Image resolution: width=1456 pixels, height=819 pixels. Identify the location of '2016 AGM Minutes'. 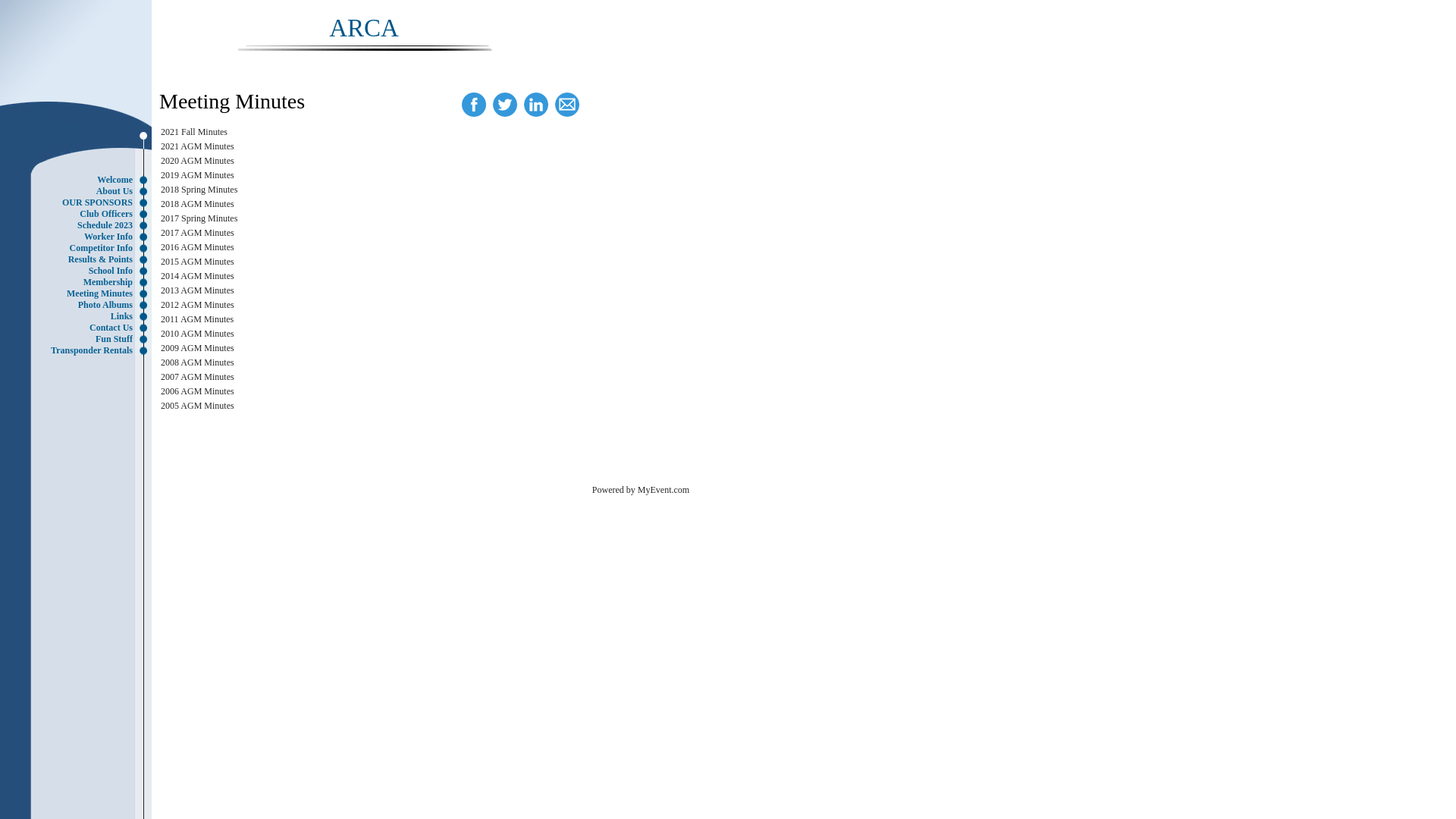
(196, 246).